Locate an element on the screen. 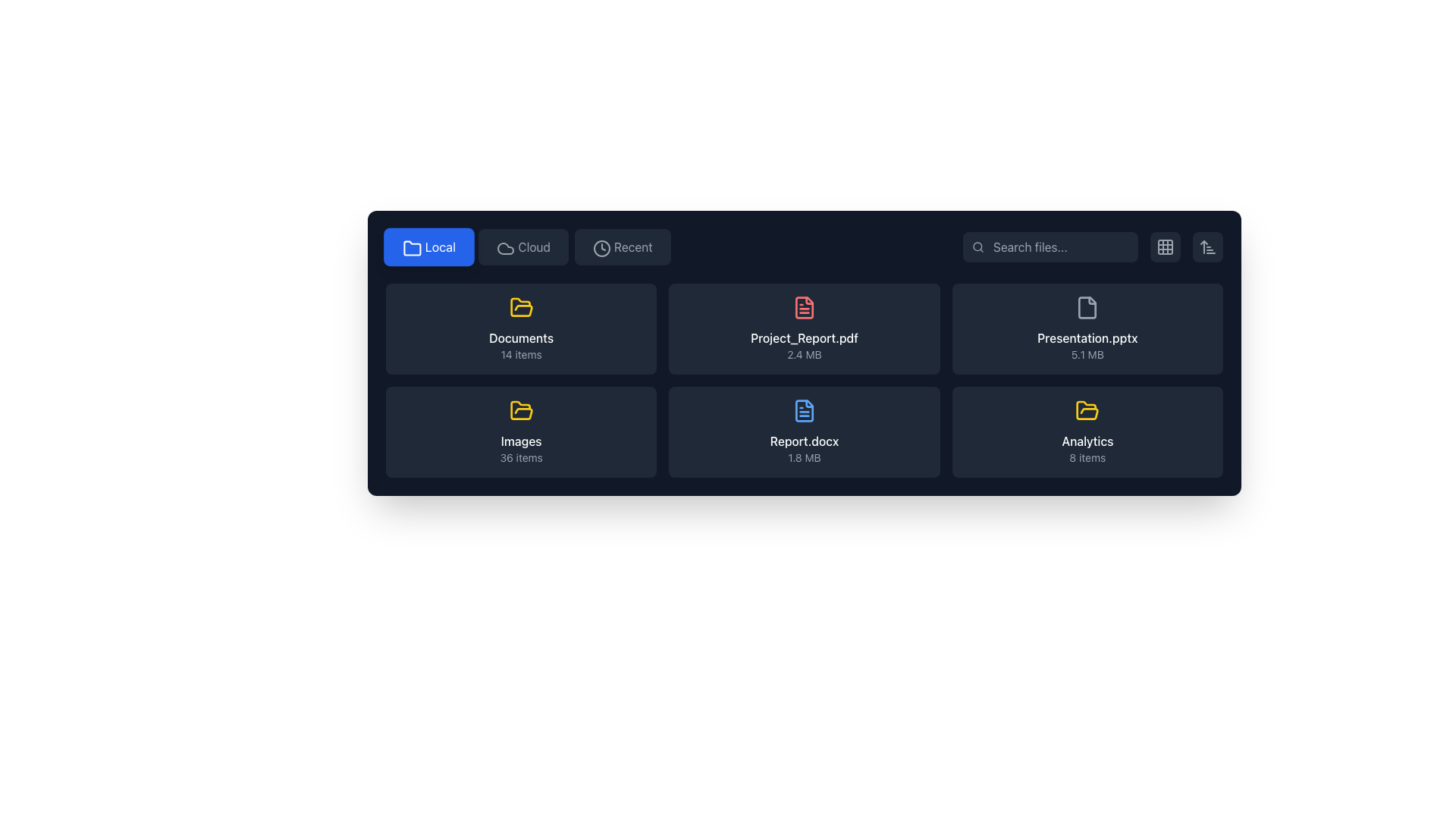 This screenshot has height=819, width=1456. the 'Local' button is located at coordinates (428, 246).